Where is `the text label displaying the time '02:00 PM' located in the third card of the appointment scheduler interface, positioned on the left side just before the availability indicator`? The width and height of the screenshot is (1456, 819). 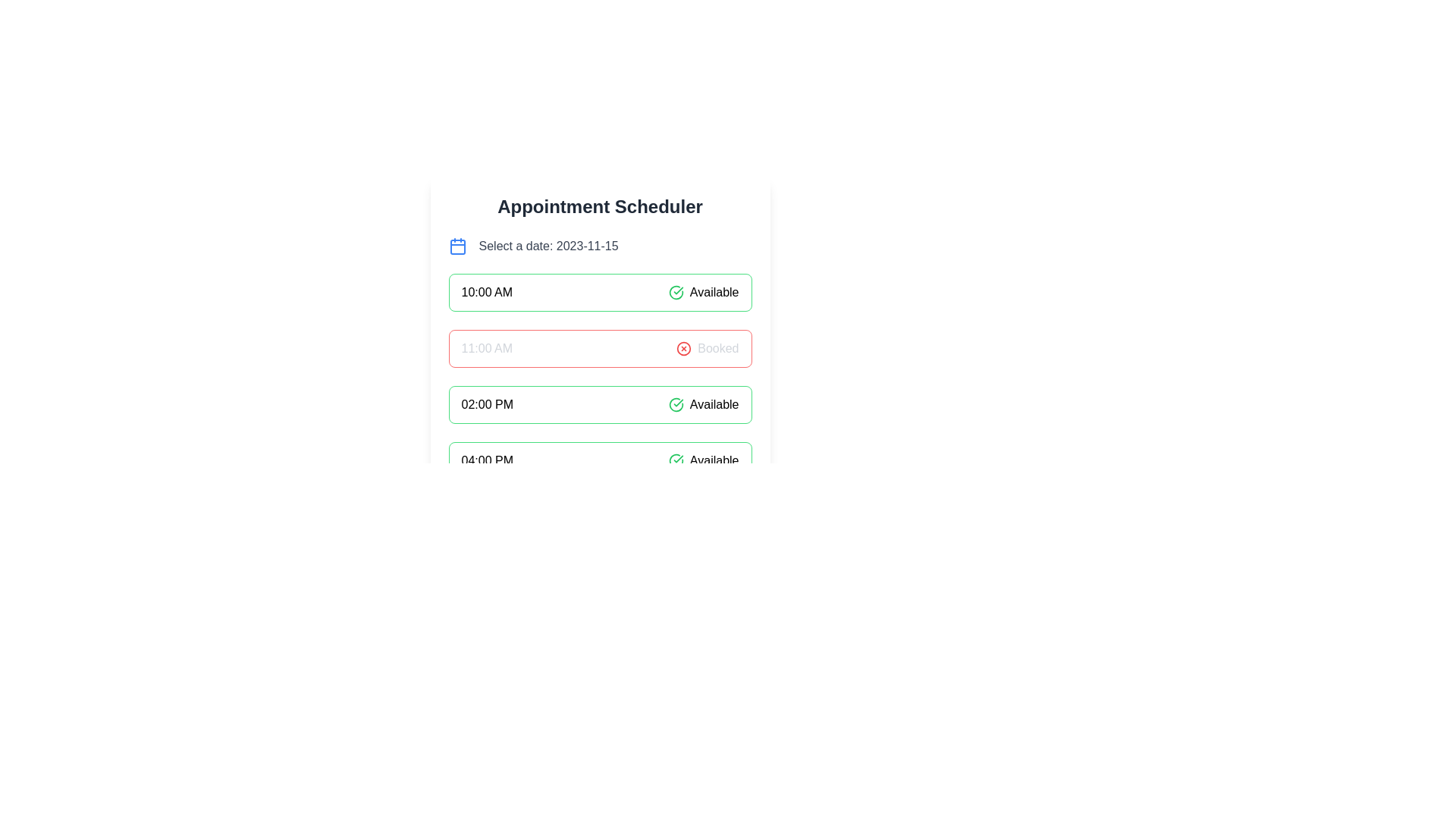 the text label displaying the time '02:00 PM' located in the third card of the appointment scheduler interface, positioned on the left side just before the availability indicator is located at coordinates (487, 403).